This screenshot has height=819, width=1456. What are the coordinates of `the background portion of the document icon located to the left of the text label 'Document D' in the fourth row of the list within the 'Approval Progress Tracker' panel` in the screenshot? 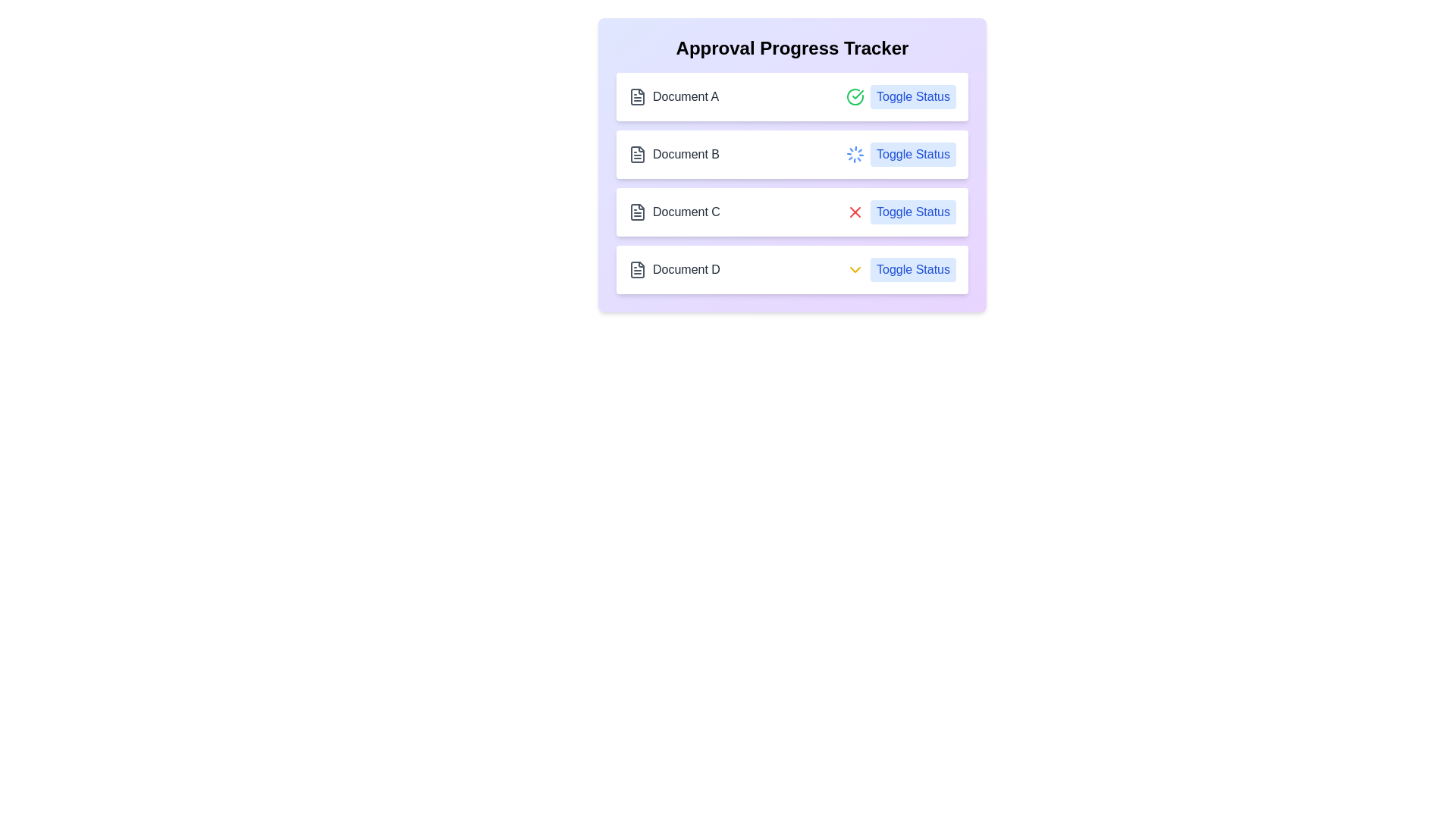 It's located at (637, 268).